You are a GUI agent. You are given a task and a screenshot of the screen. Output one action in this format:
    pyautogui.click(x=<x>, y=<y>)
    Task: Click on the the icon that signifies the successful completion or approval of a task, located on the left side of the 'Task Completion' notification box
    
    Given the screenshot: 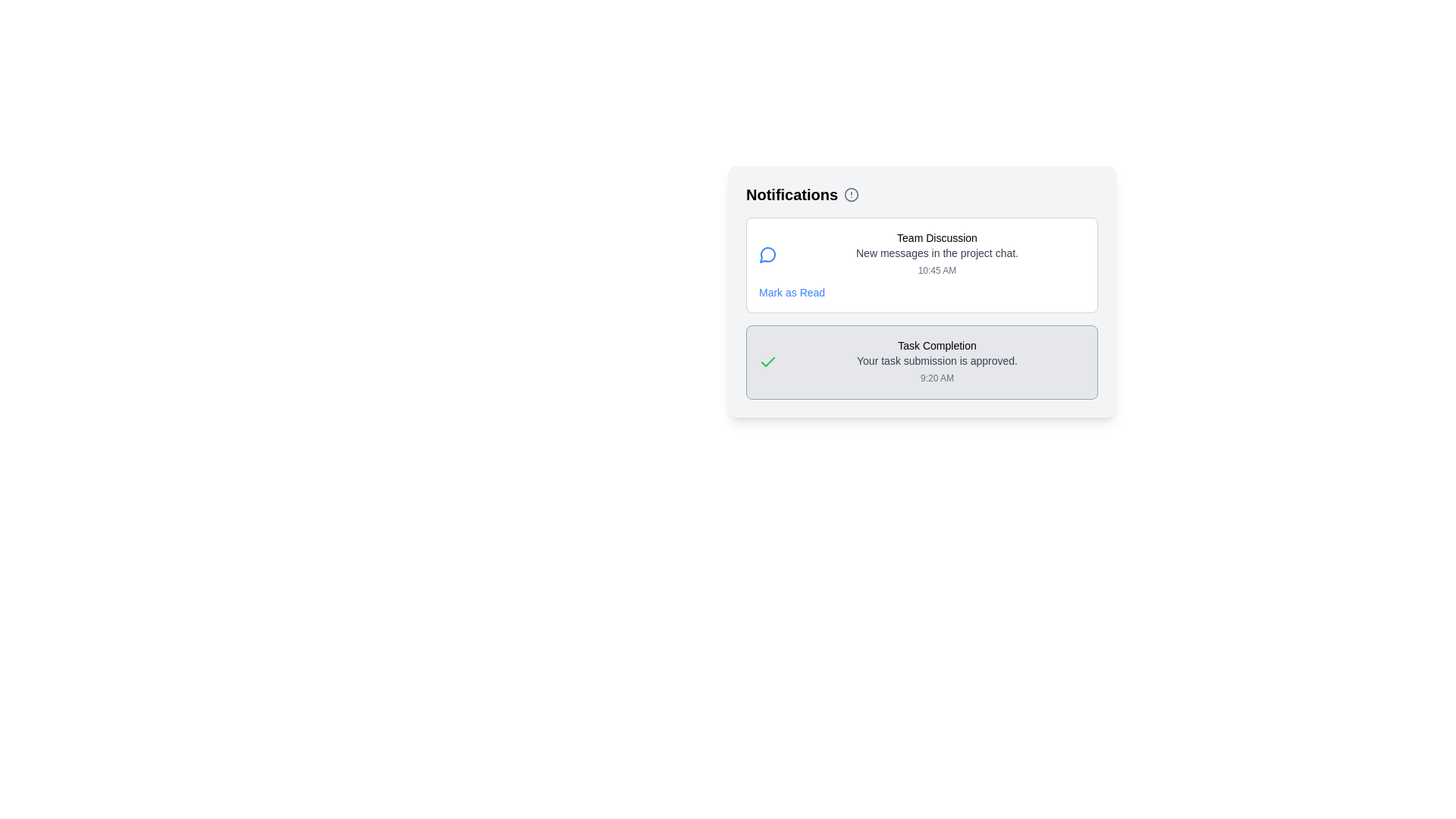 What is the action you would take?
    pyautogui.click(x=767, y=362)
    